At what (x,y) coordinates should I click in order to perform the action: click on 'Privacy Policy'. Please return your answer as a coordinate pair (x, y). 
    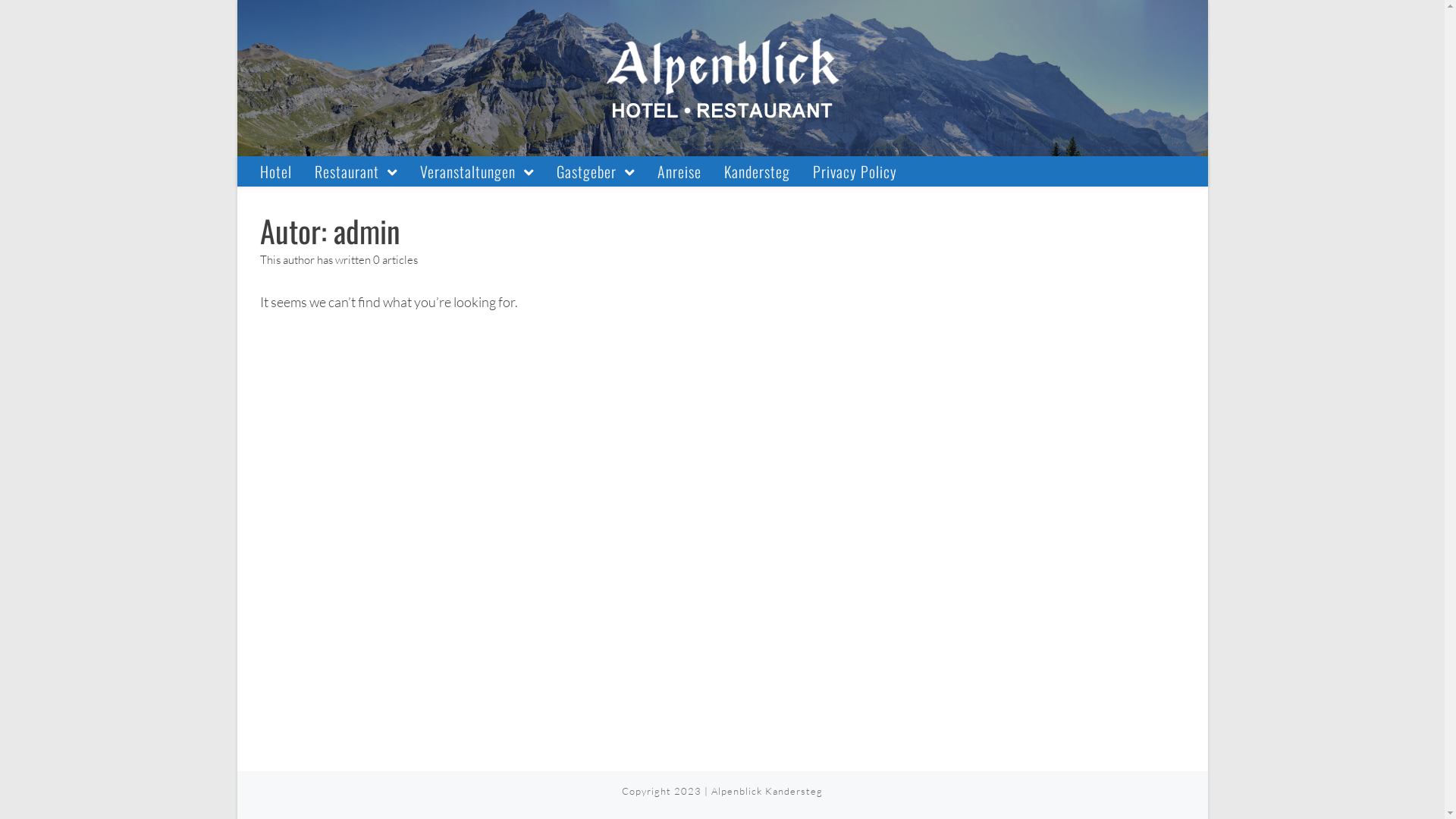
    Looking at the image, I should click on (854, 171).